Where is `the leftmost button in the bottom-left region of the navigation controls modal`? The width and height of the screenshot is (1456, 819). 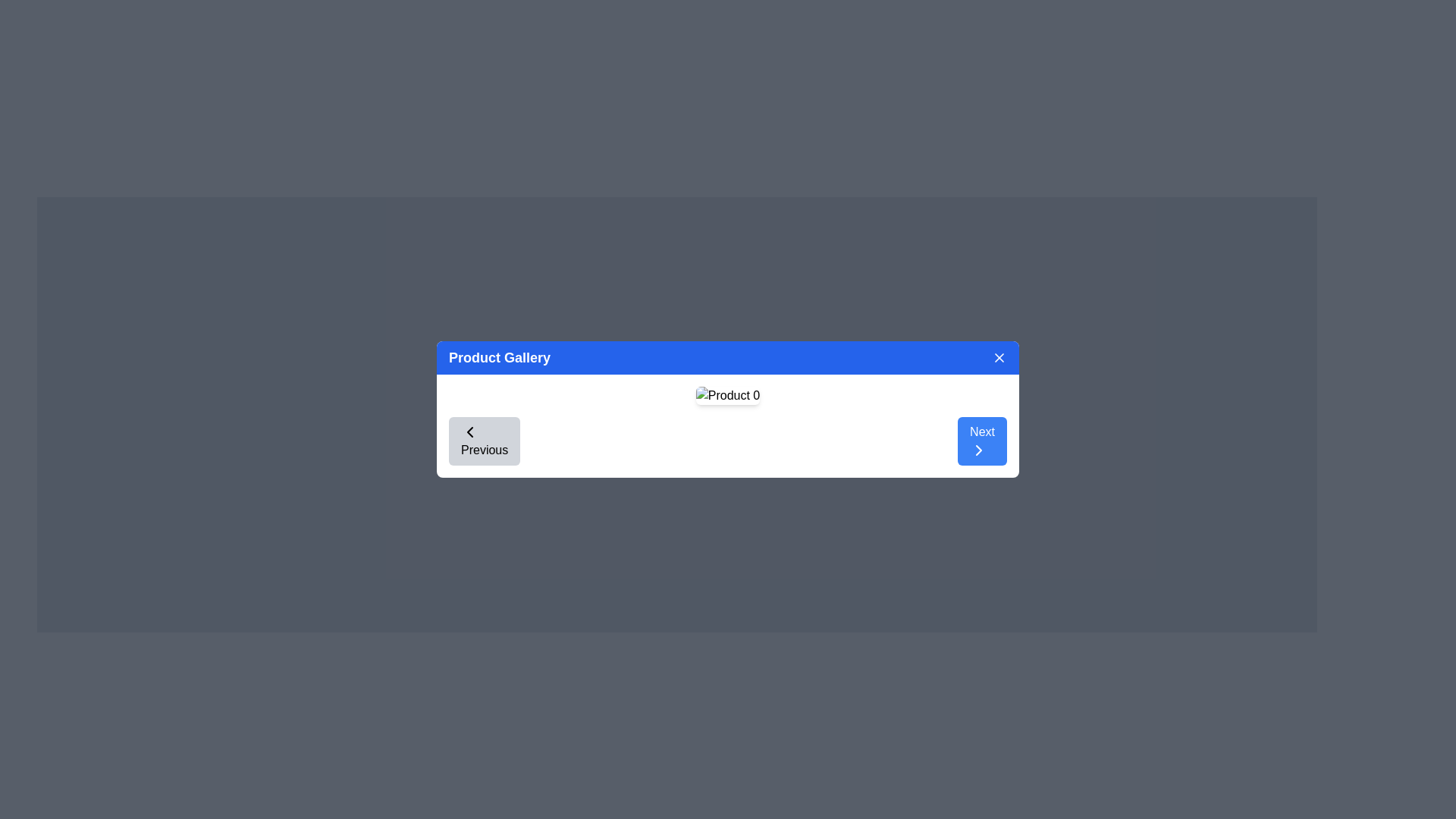
the leftmost button in the bottom-left region of the navigation controls modal is located at coordinates (484, 441).